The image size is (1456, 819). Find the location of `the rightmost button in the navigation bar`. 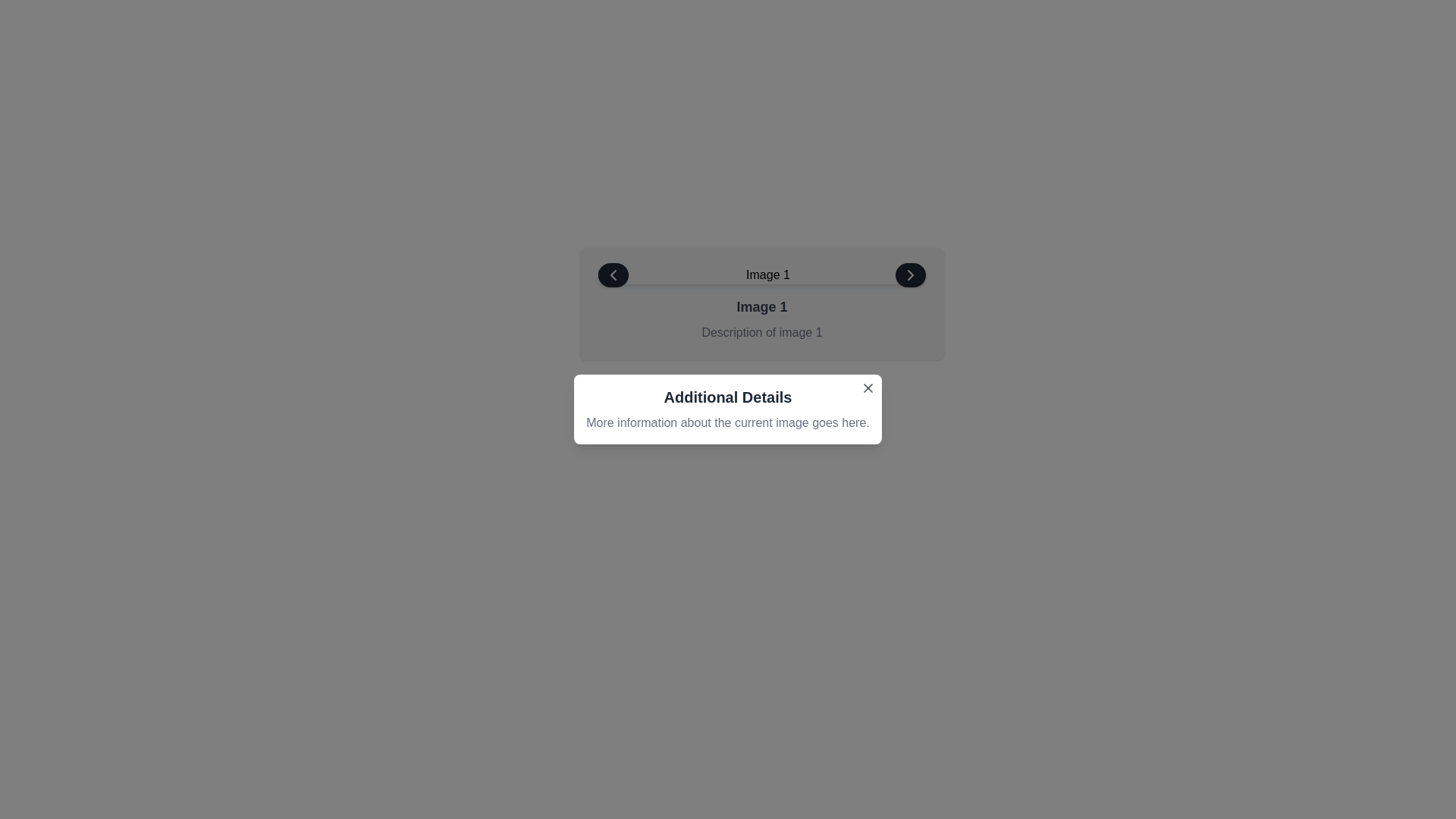

the rightmost button in the navigation bar is located at coordinates (910, 275).